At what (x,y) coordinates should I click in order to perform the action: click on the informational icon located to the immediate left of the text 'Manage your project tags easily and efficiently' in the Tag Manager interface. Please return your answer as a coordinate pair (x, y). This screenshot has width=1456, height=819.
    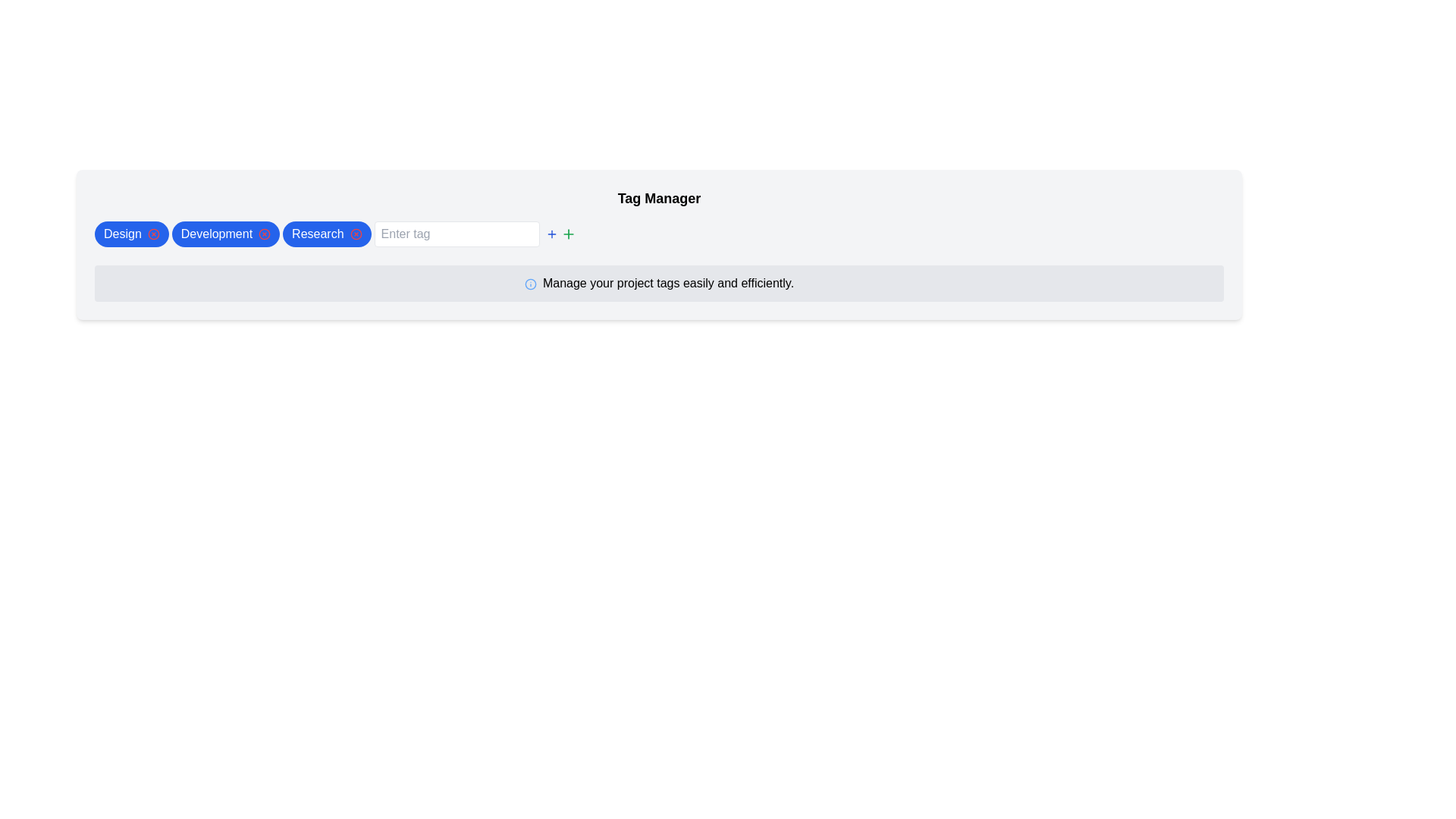
    Looking at the image, I should click on (530, 284).